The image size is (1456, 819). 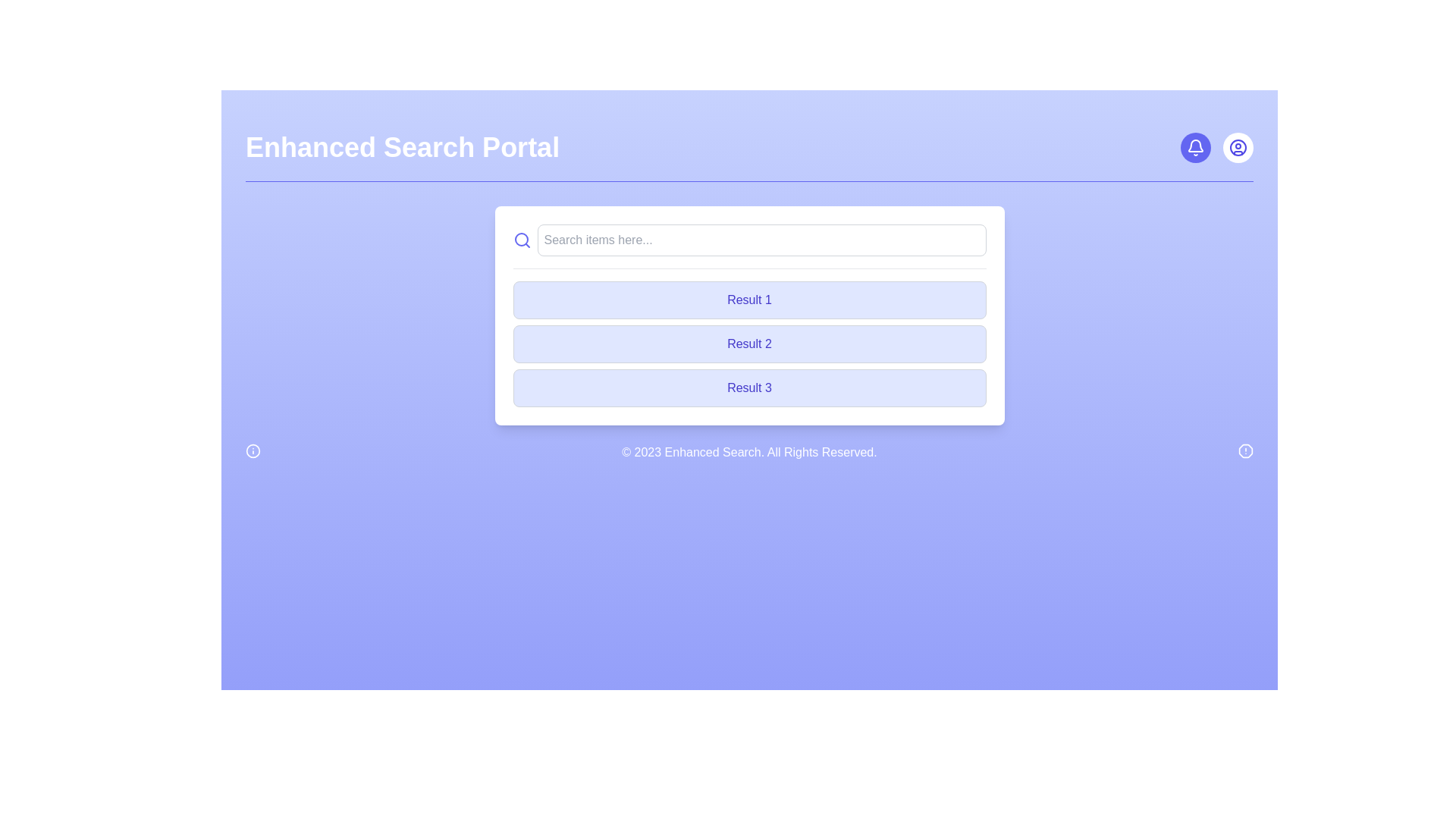 I want to click on the last Static Display Box in the vertical list, which displays a specific search result or category, so click(x=749, y=388).